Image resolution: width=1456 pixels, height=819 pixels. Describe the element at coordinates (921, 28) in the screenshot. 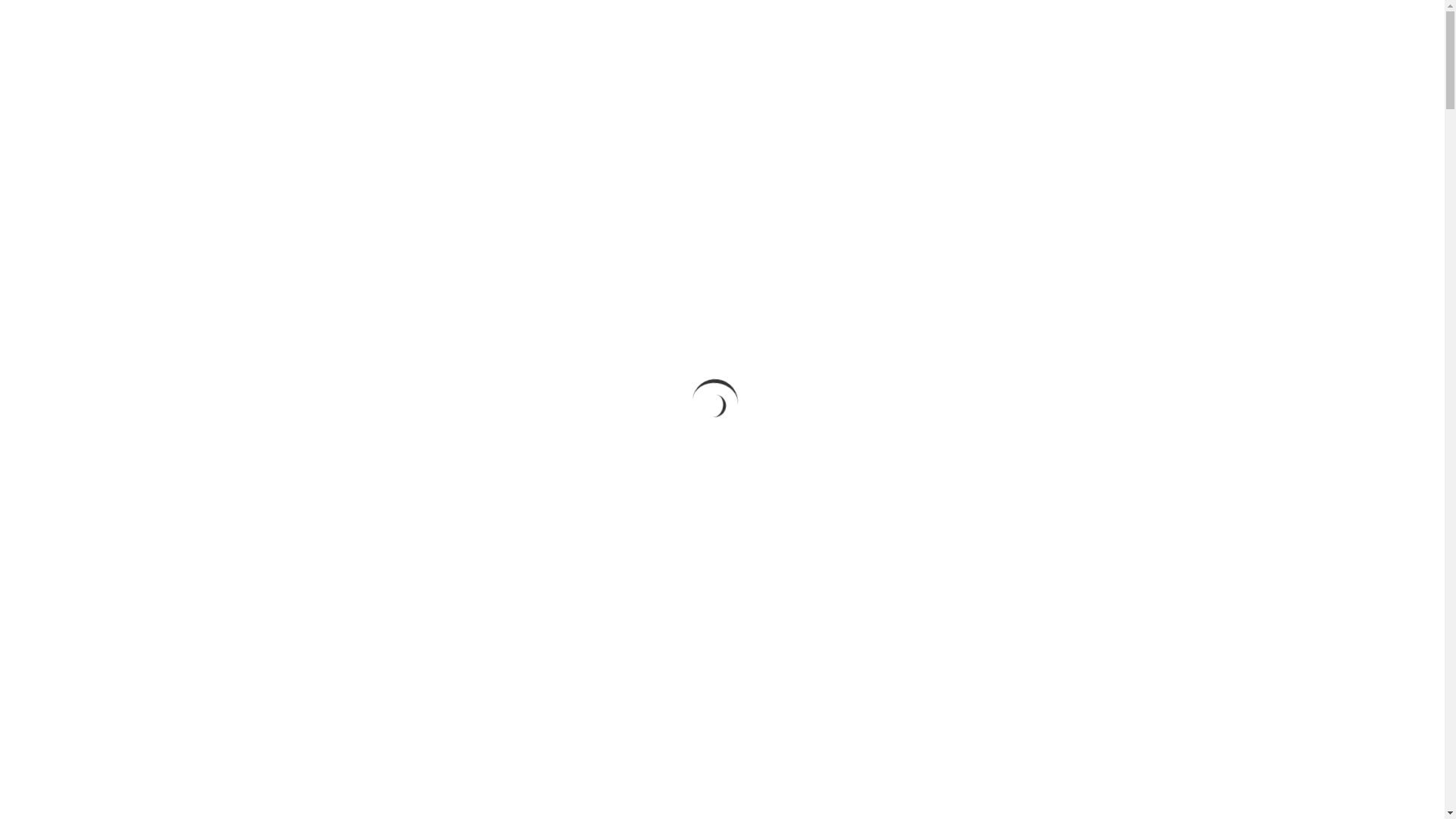

I see `'VEHICLE SERVICING'` at that location.